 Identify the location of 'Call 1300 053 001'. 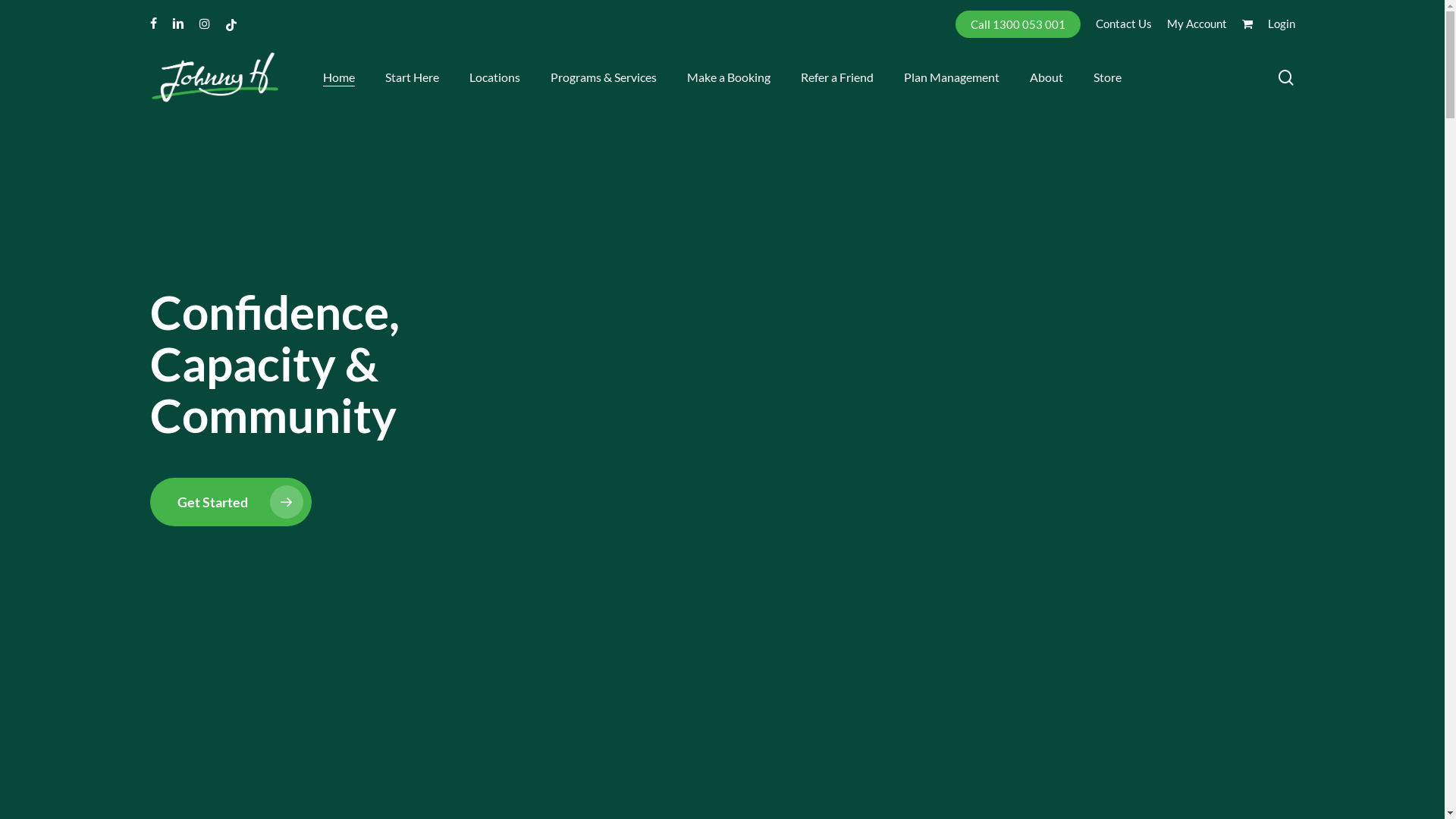
(954, 24).